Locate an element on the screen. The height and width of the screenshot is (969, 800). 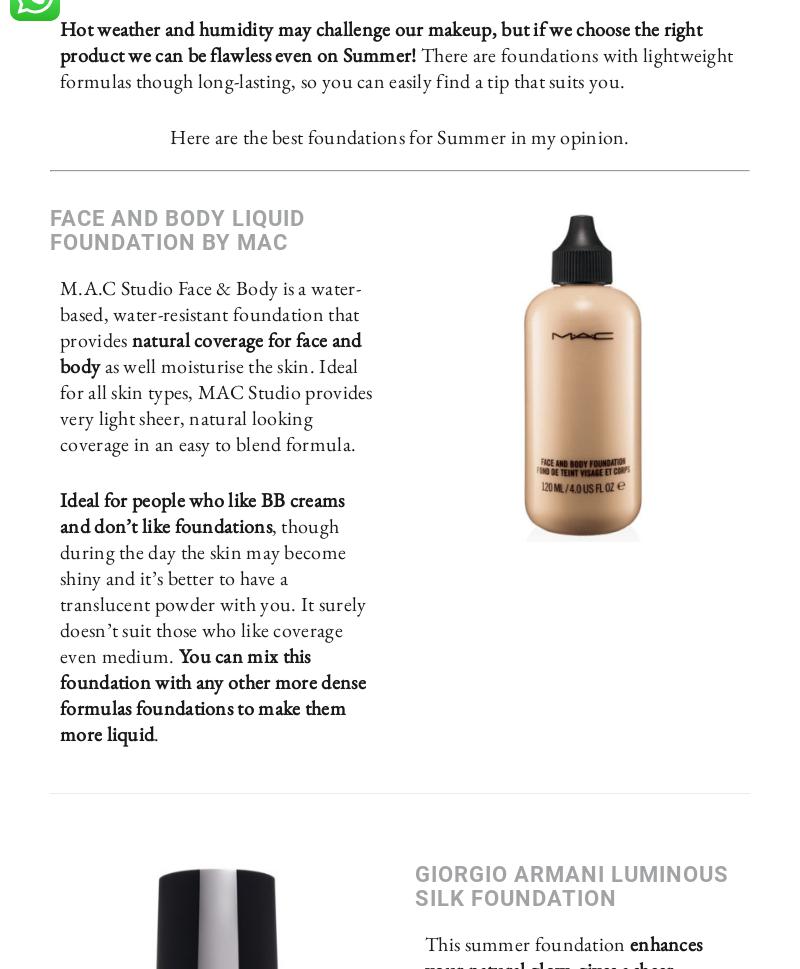
'Here are the best foundations for Summer in my opinion.' is located at coordinates (398, 136).